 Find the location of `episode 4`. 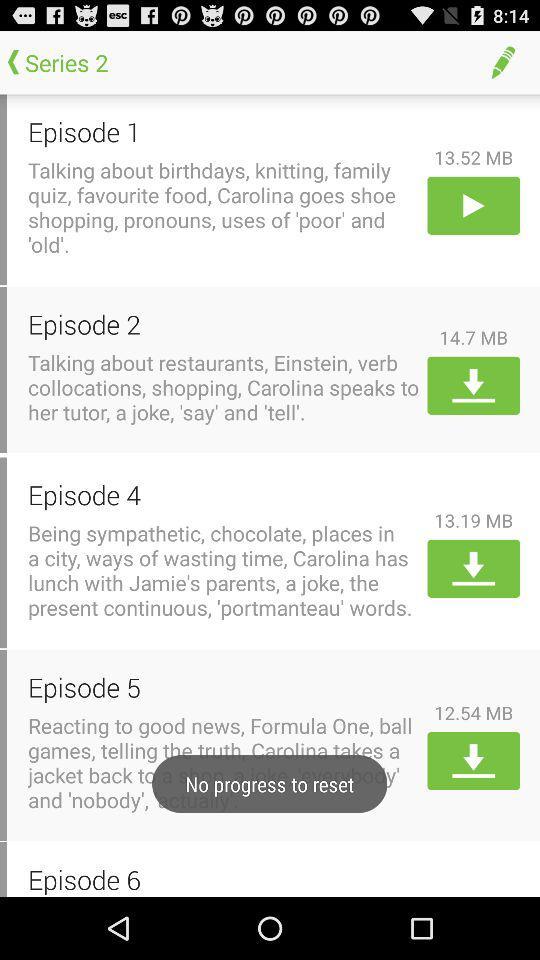

episode 4 is located at coordinates (223, 493).